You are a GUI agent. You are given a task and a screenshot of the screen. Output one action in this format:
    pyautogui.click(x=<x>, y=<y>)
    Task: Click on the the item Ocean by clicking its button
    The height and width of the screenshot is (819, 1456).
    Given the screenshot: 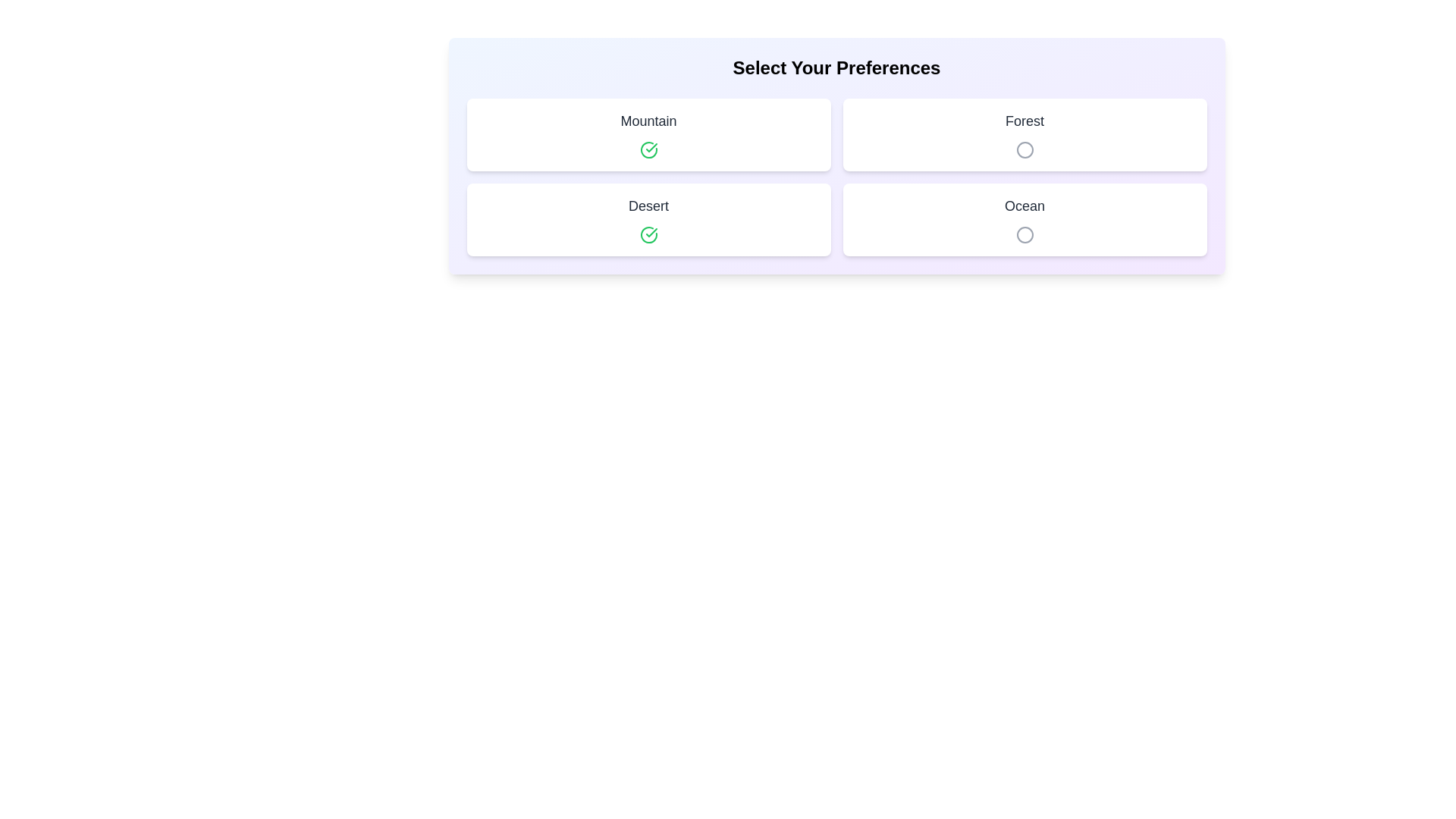 What is the action you would take?
    pyautogui.click(x=1025, y=234)
    